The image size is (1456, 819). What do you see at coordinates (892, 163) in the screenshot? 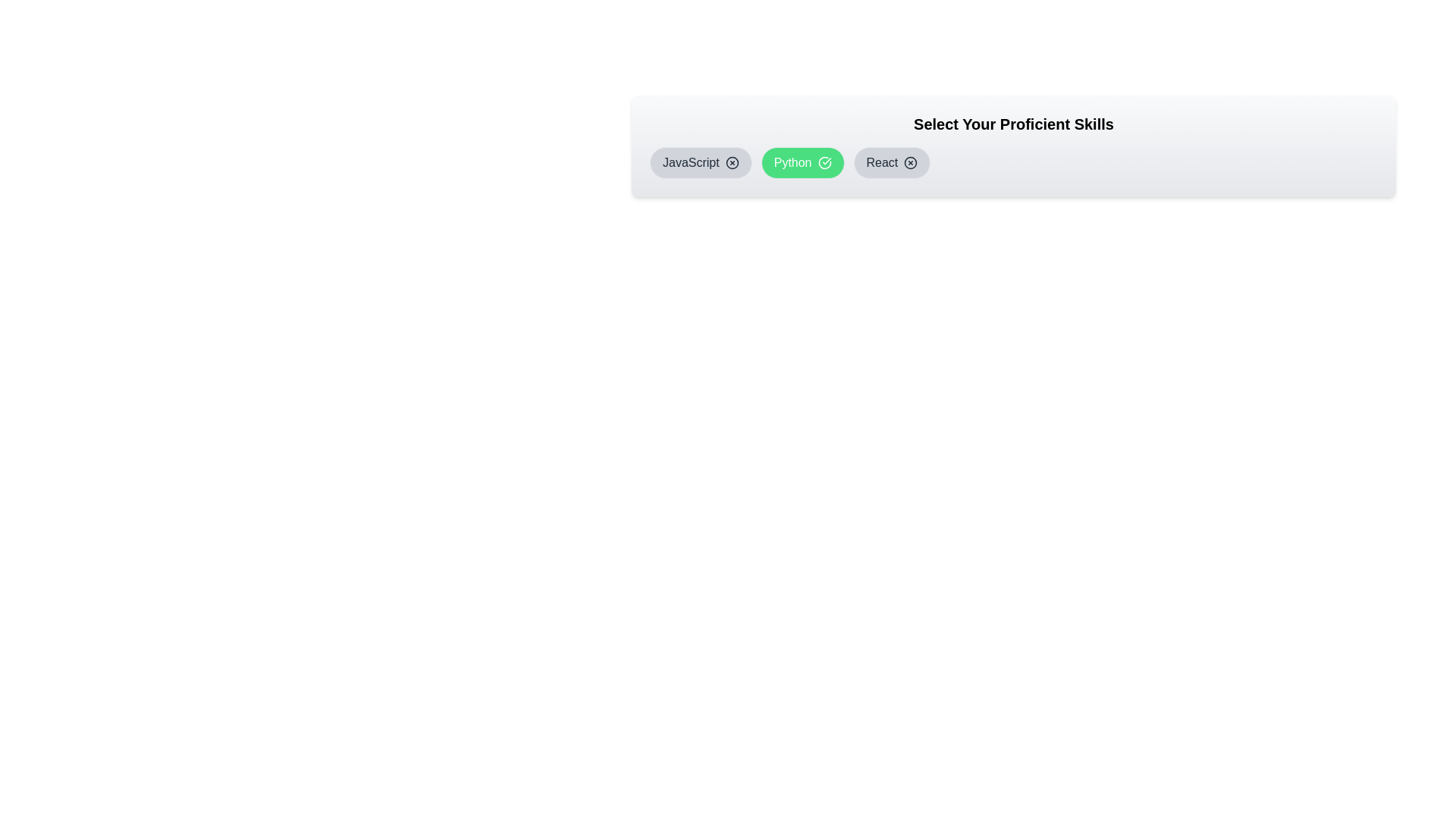
I see `the skill React` at bounding box center [892, 163].